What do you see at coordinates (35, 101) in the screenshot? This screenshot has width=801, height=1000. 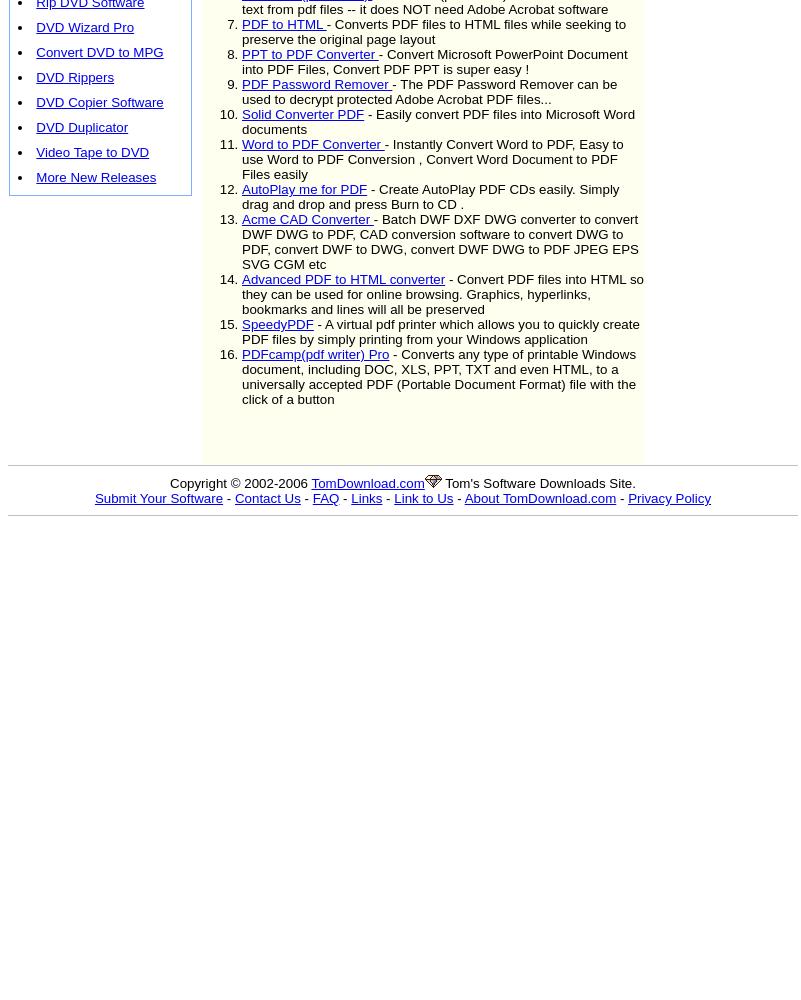 I see `'DVD Copier Software'` at bounding box center [35, 101].